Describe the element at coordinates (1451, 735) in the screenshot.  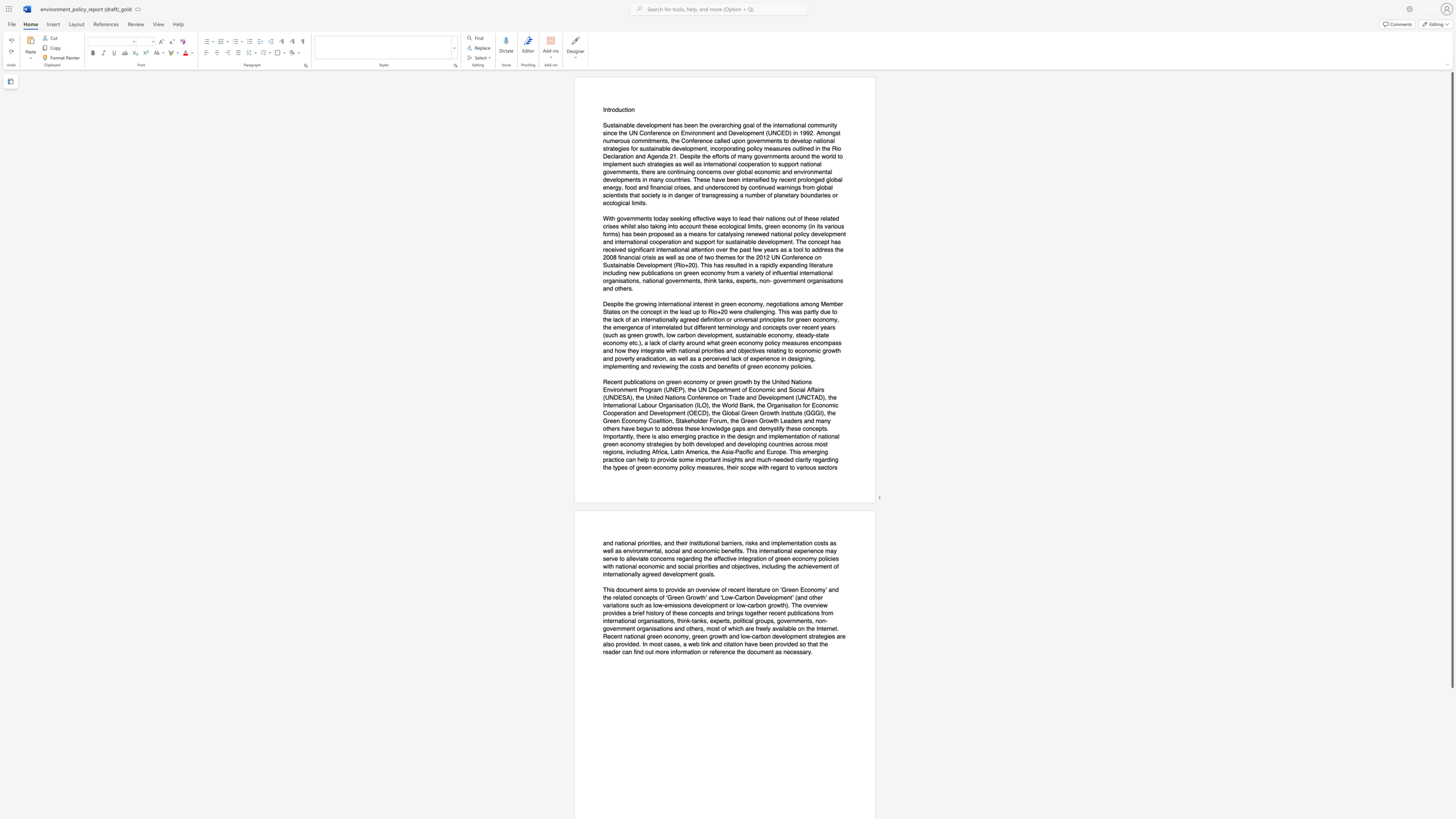
I see `the scrollbar to move the page downward` at that location.